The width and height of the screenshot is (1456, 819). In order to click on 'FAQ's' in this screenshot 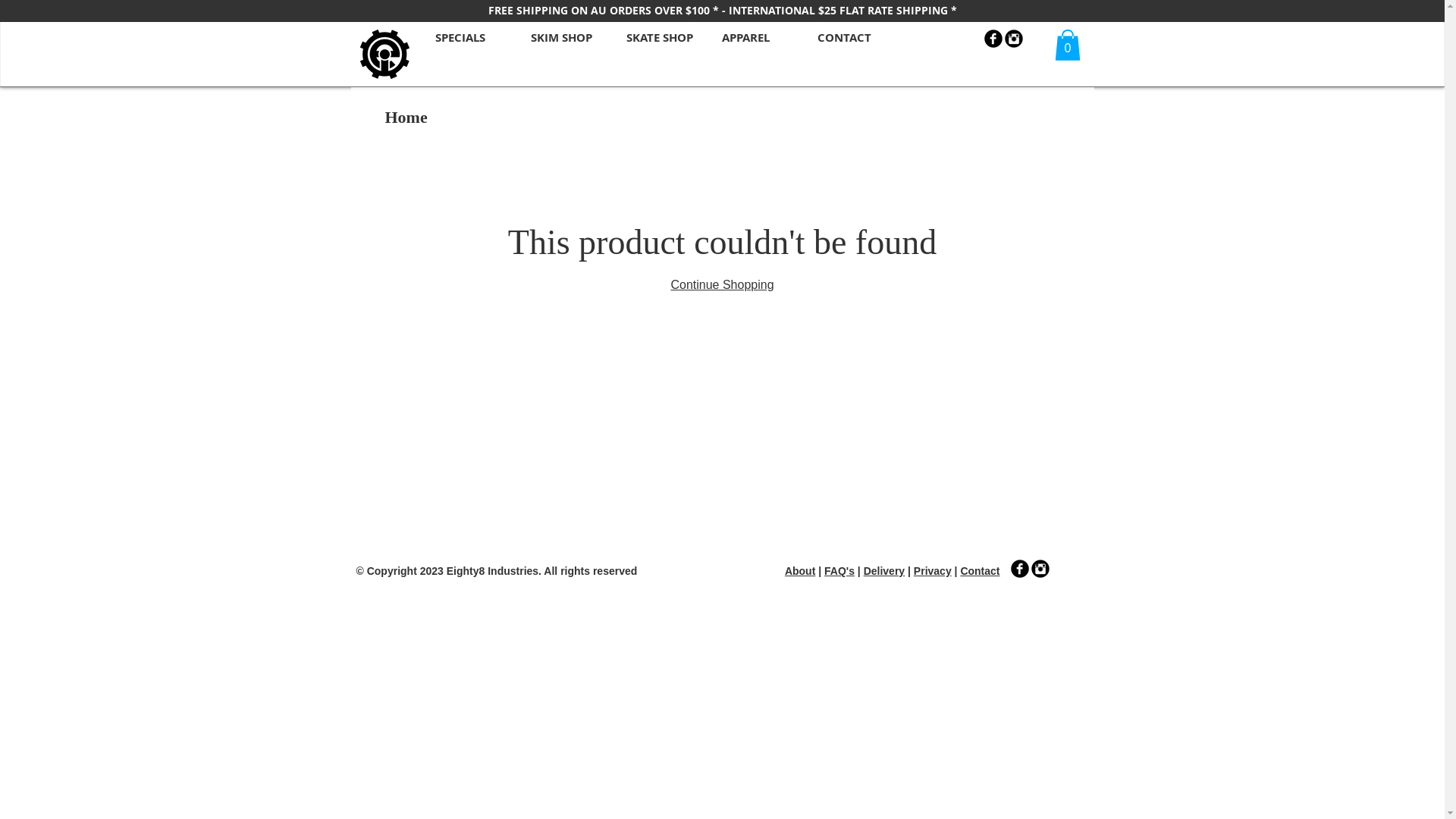, I will do `click(839, 570)`.